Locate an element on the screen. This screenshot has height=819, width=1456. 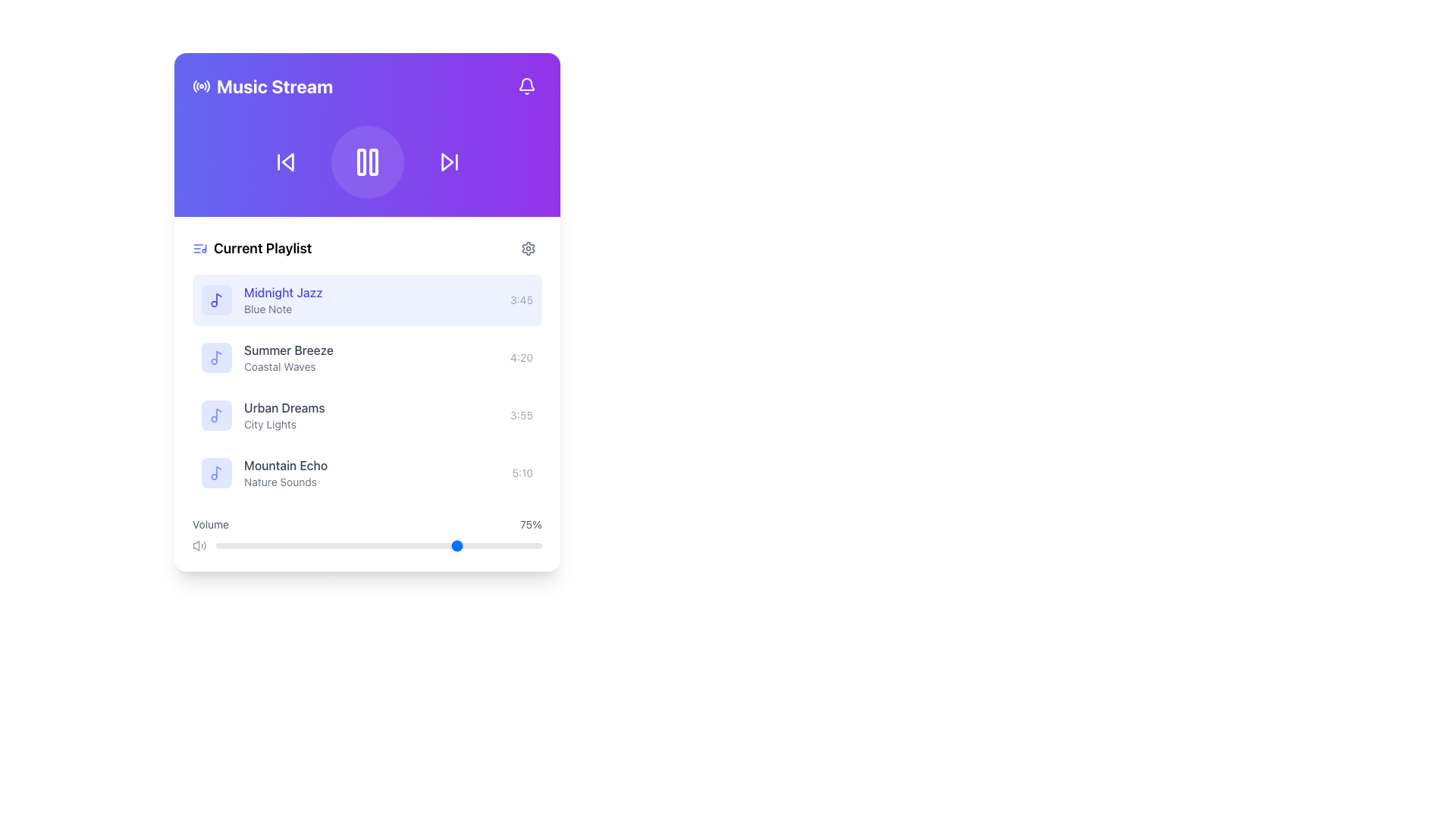
the forward navigation button, which is a play-like triangle icon followed by a vertical bar, located in the top-right area of the purple header section of the interface is located at coordinates (448, 162).